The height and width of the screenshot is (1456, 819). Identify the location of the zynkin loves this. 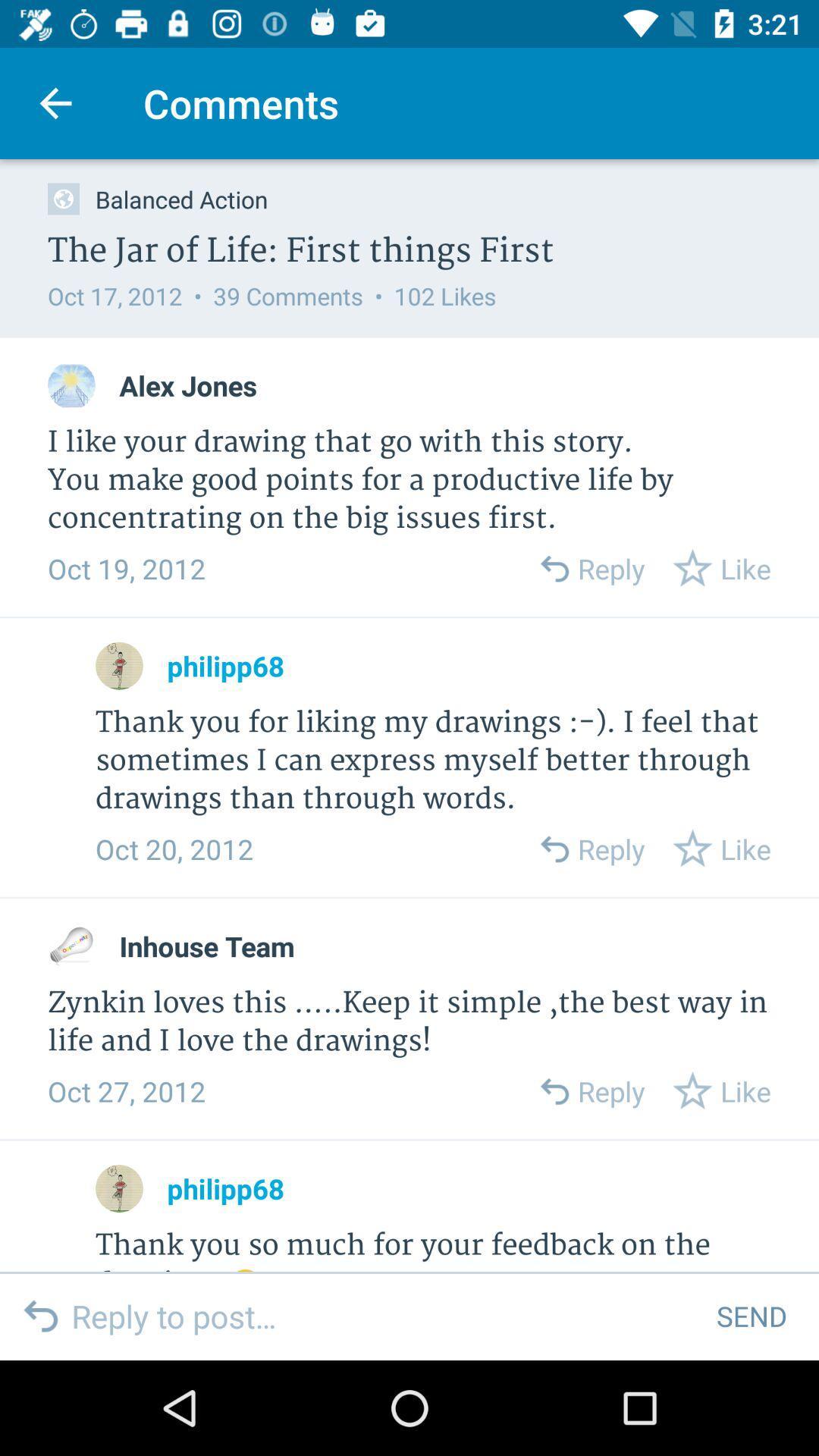
(409, 1022).